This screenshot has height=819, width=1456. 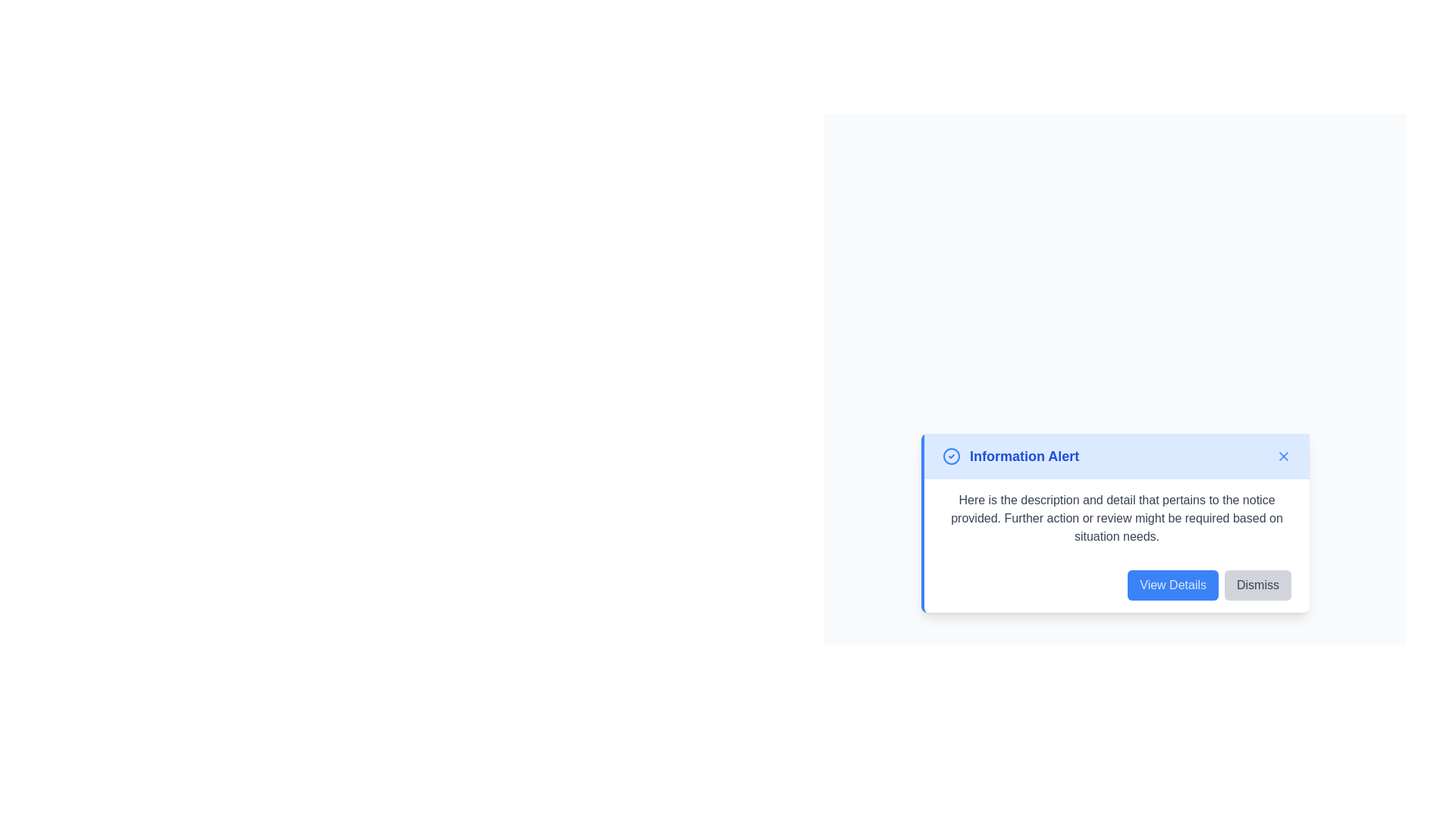 What do you see at coordinates (1117, 517) in the screenshot?
I see `the descriptive text styled with a gray font color that reads: 'Here is the description and detail that pertains to the notice provided. Further action or review might be required based on situation needs.' This text is located within the alert box beneath the 'Information Alert' header and above the 'View Details' and 'Dismiss' buttons` at bounding box center [1117, 517].